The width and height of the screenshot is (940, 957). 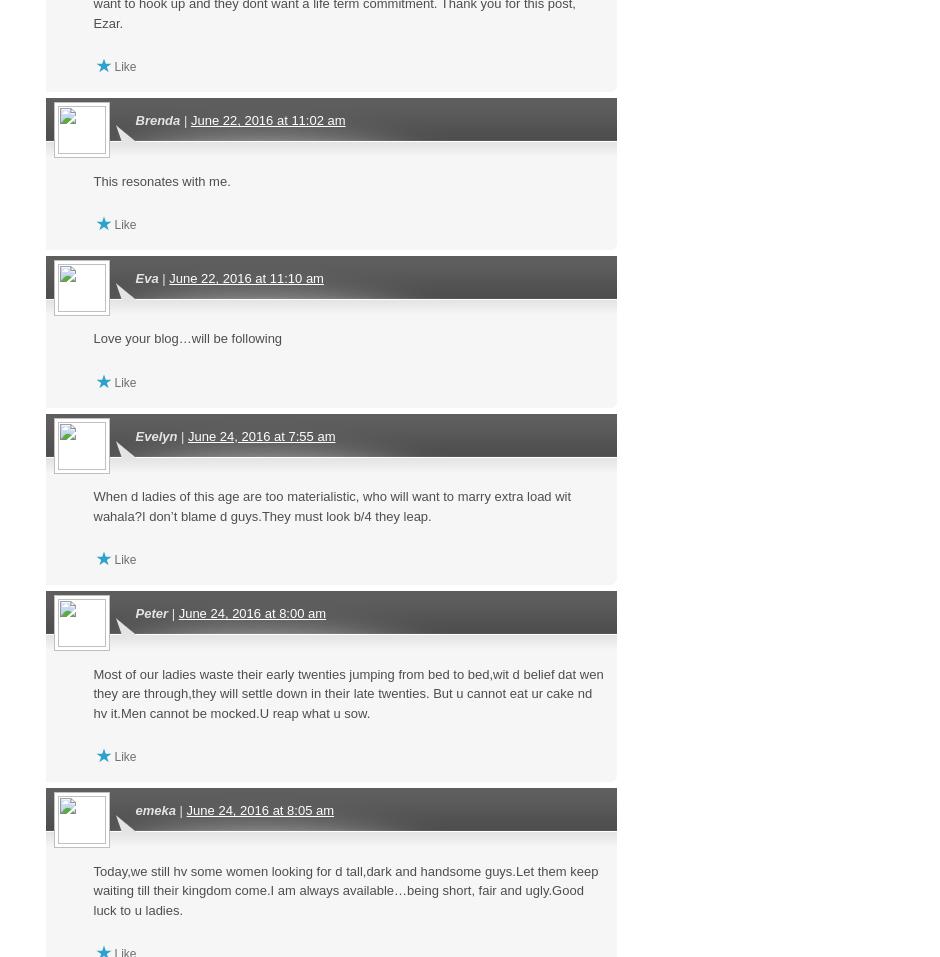 I want to click on 'This resonates with me.', so click(x=92, y=180).